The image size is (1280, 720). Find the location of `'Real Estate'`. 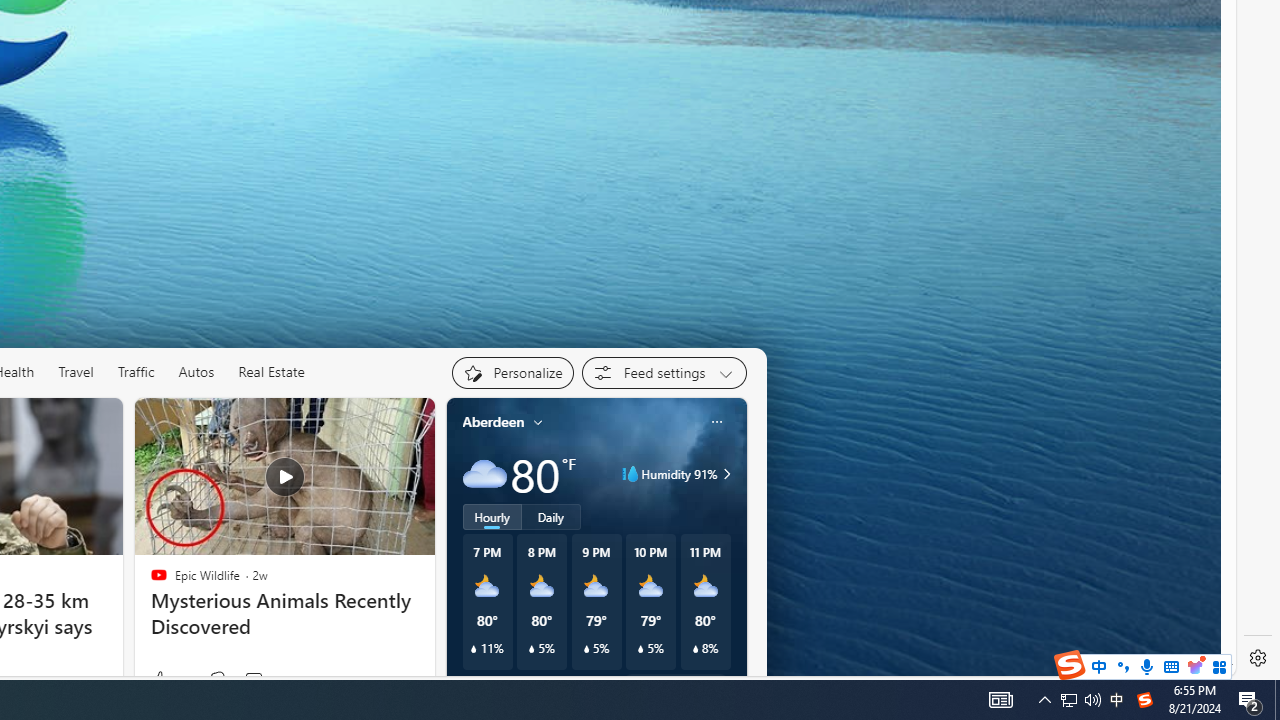

'Real Estate' is located at coordinates (270, 371).